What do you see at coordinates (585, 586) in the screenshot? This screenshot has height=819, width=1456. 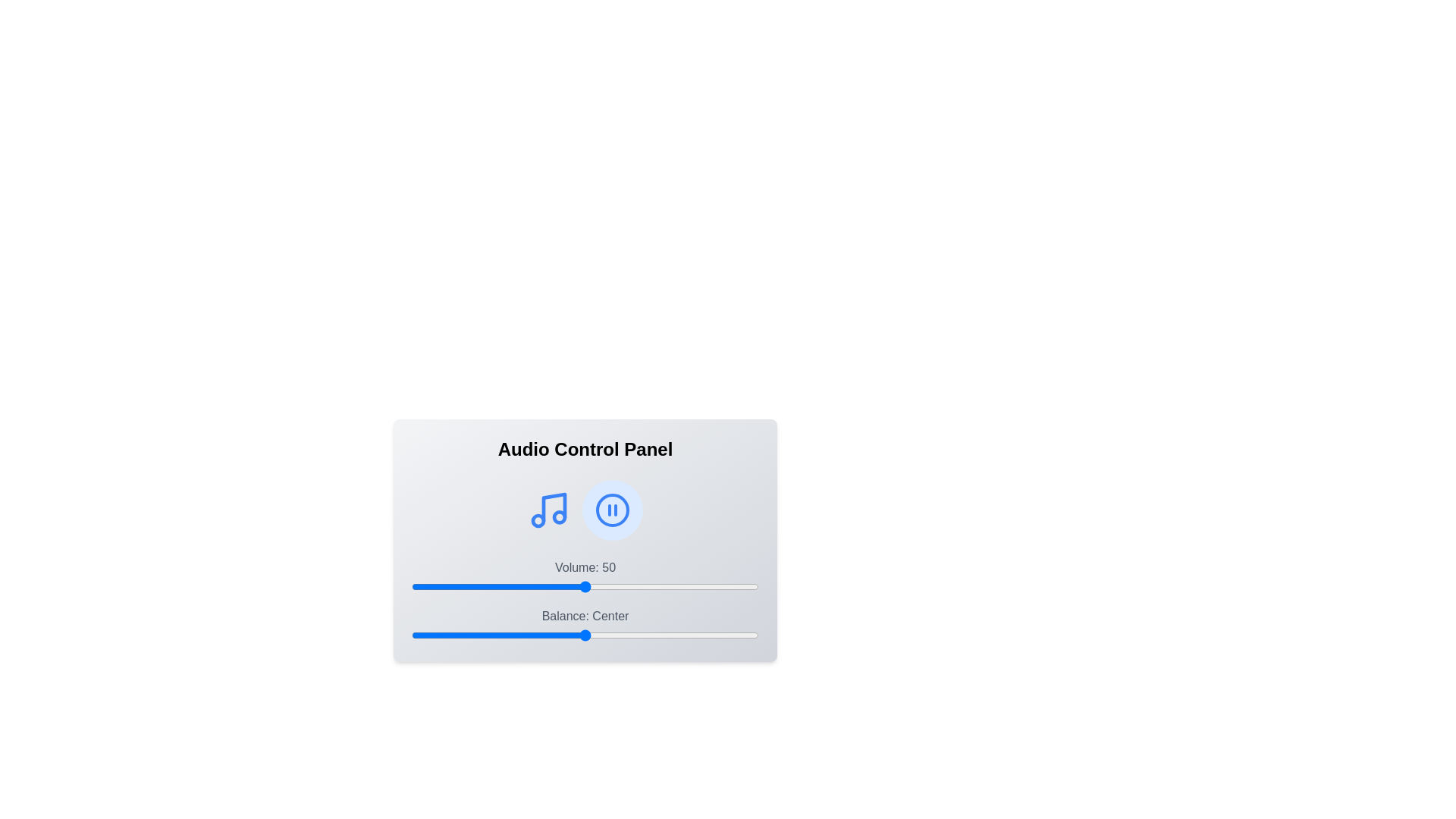 I see `the horizontal slider with a blue bar indicating the current value of 50 to indicate interactivity` at bounding box center [585, 586].